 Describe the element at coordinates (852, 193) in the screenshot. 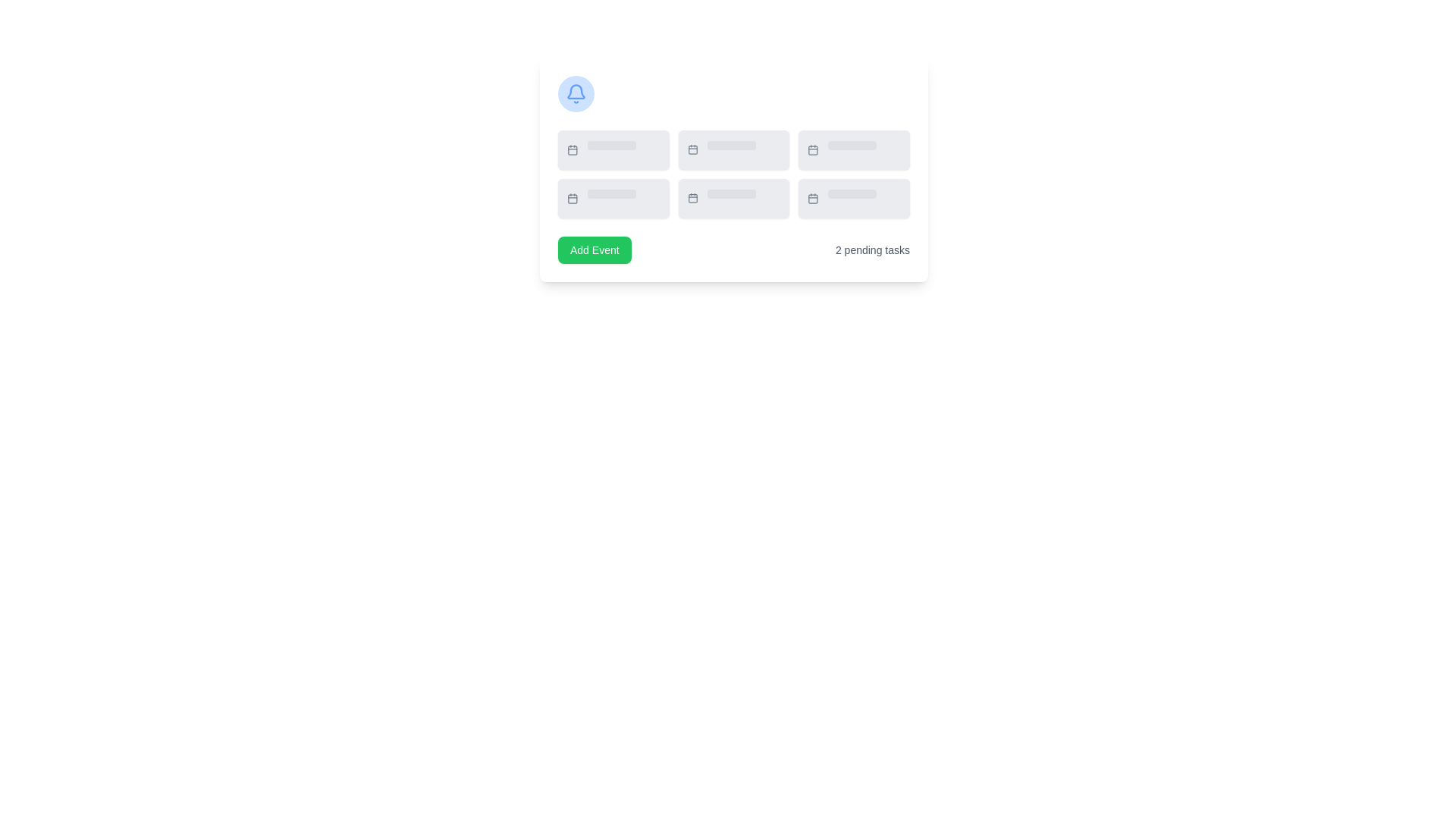

I see `the Loading placeholder bar, which is a rectangular bar with rounded edges, styled with a light gray background and a pulsating animation effect, located in the lower right area of a card-like interface layout` at that location.